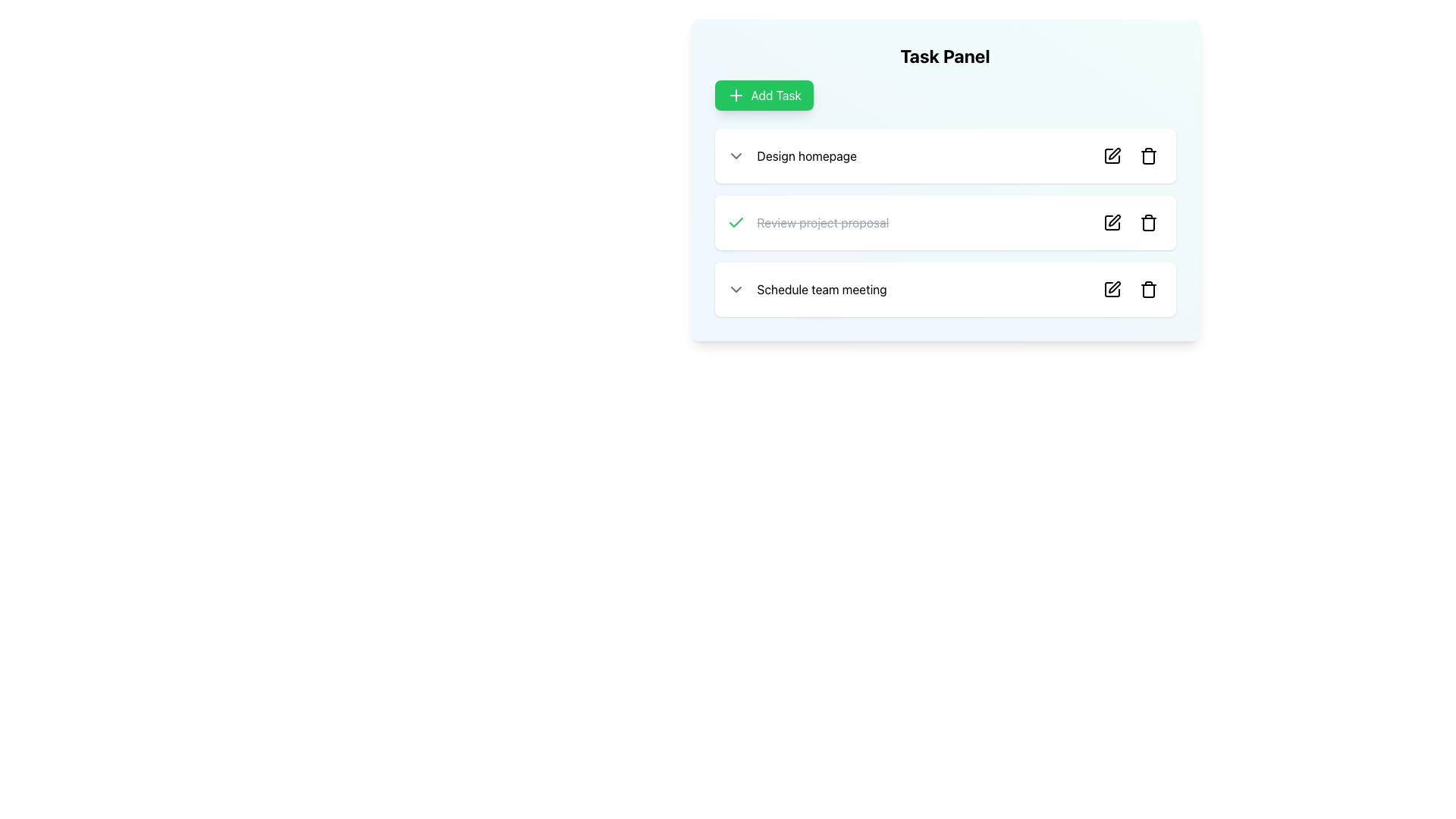 The image size is (1456, 819). I want to click on the plus sign icon within the green 'Add Task' button, so click(736, 96).